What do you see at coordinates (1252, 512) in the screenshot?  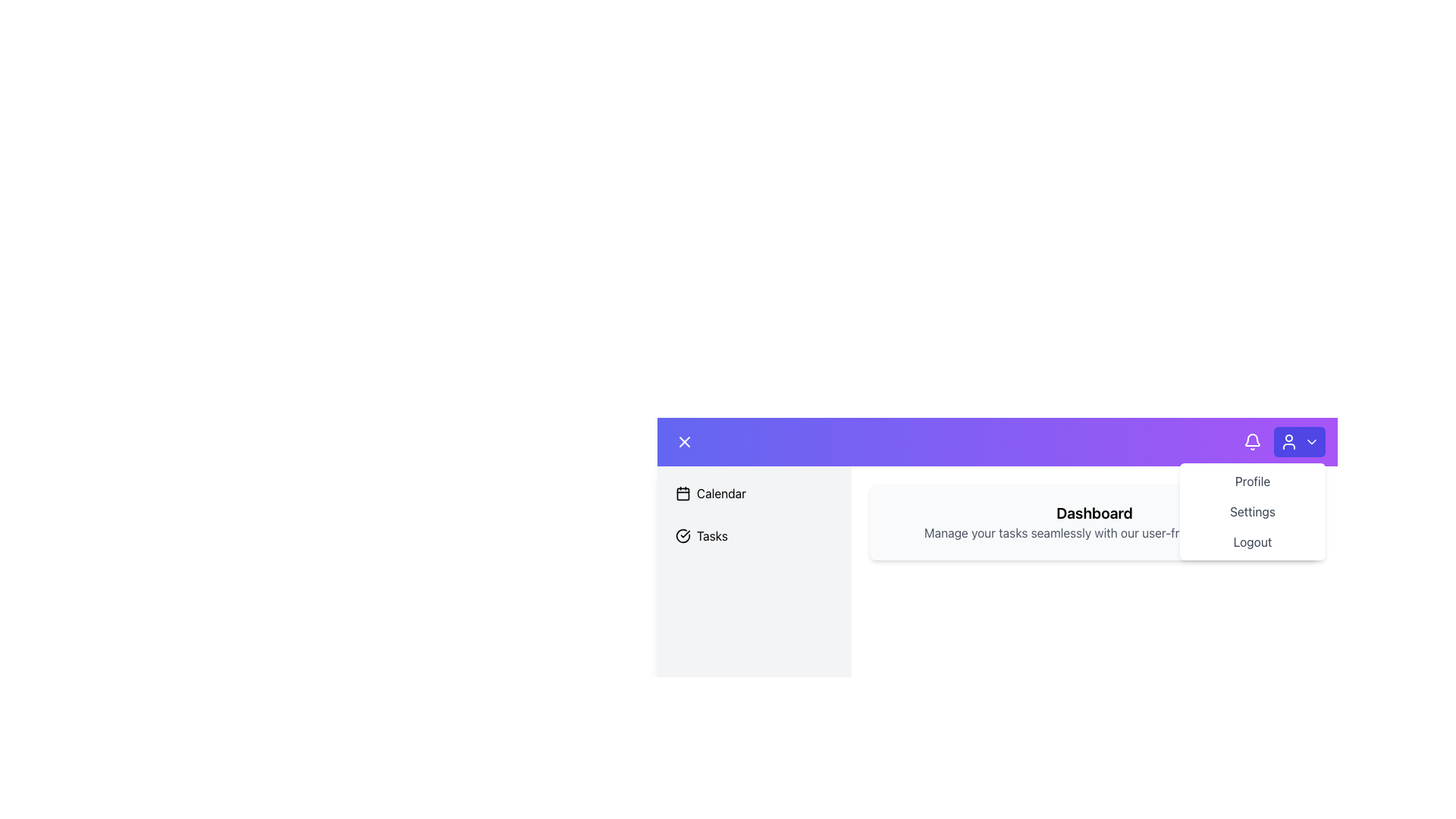 I see `the 'Settings' menu item located in the dropdown menu at the top-right corner of the interface` at bounding box center [1252, 512].